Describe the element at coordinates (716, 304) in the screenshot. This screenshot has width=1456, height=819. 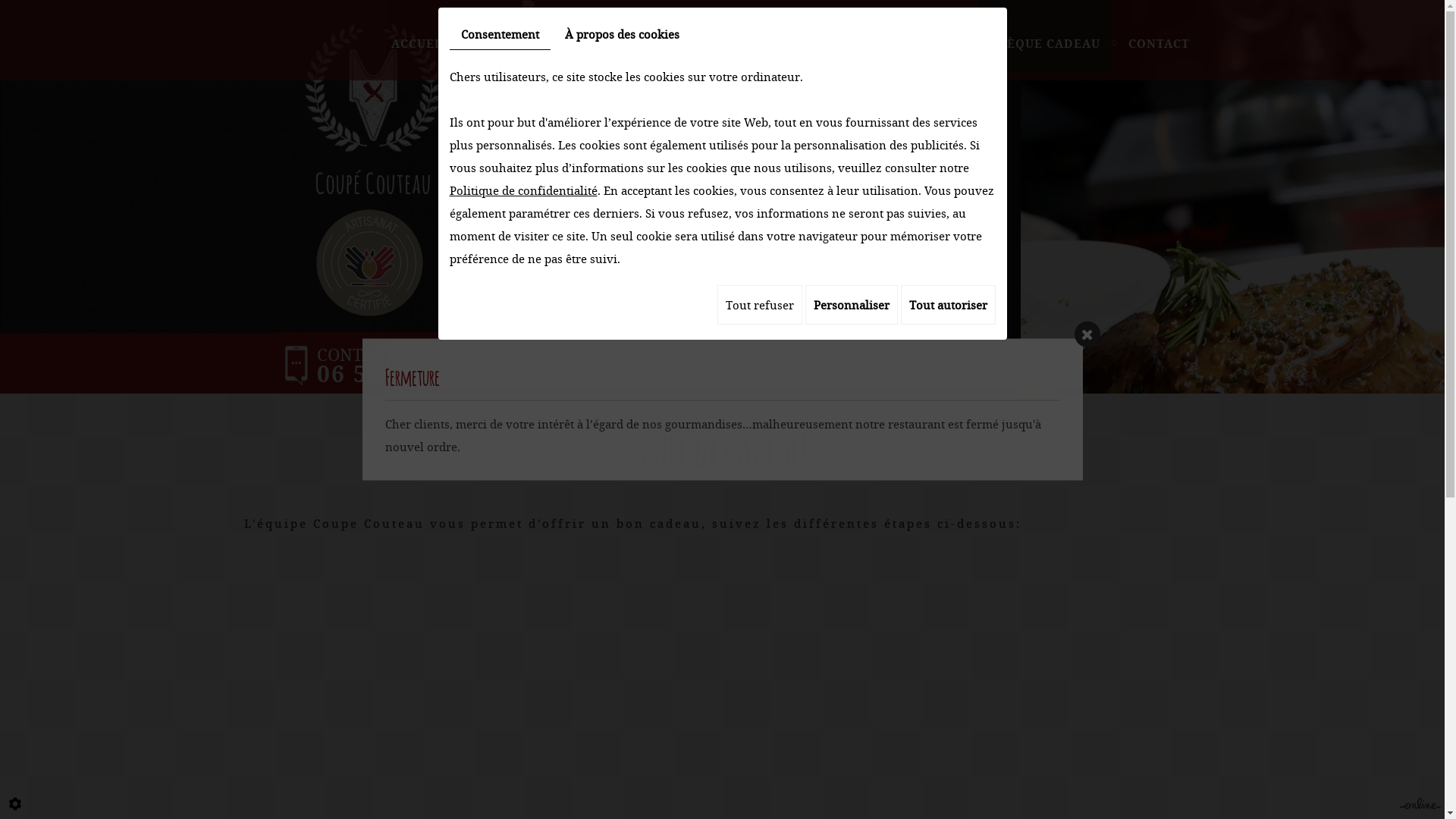
I see `'Tout refuser'` at that location.